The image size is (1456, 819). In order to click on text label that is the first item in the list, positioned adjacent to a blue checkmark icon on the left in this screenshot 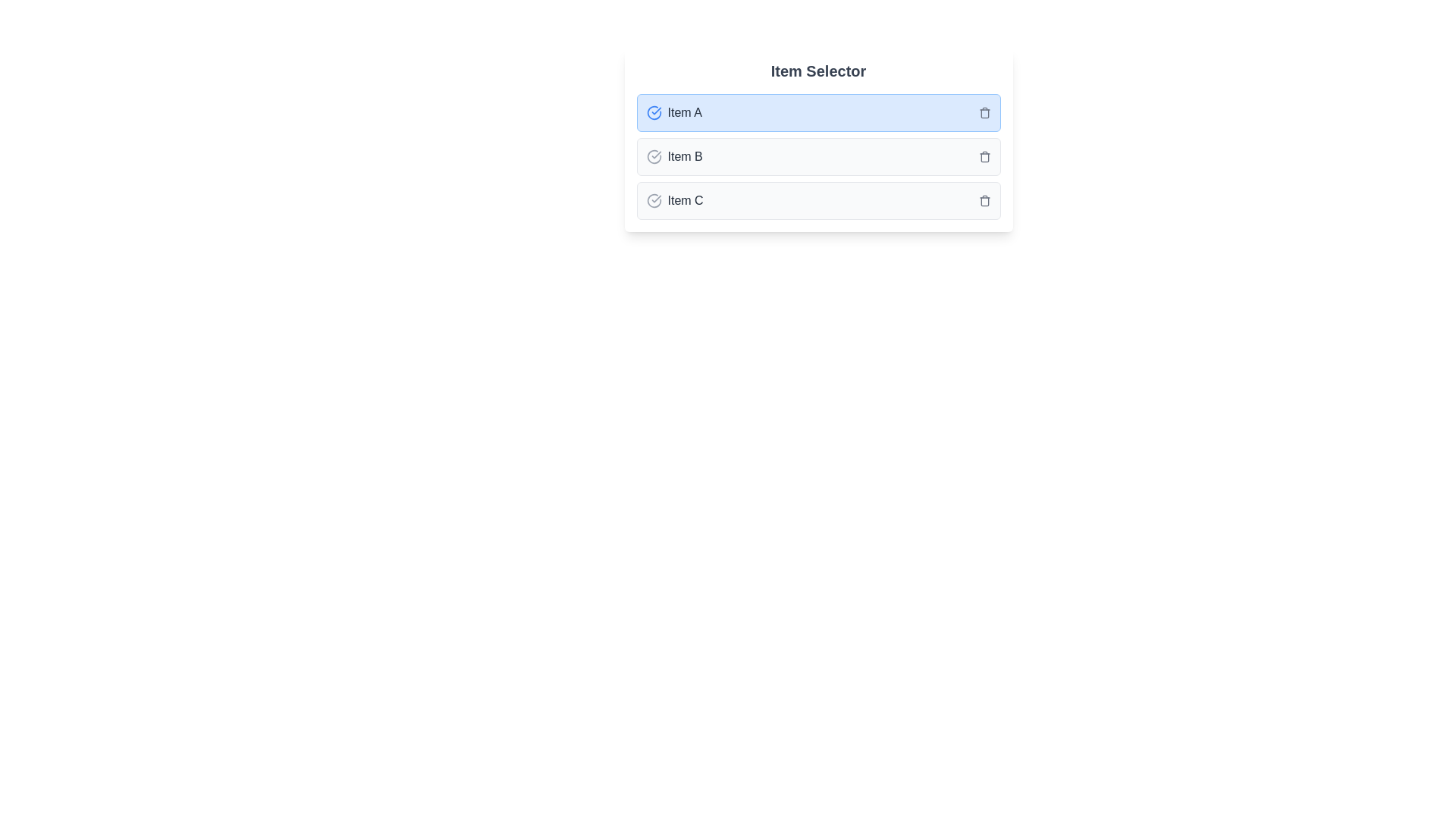, I will do `click(673, 112)`.